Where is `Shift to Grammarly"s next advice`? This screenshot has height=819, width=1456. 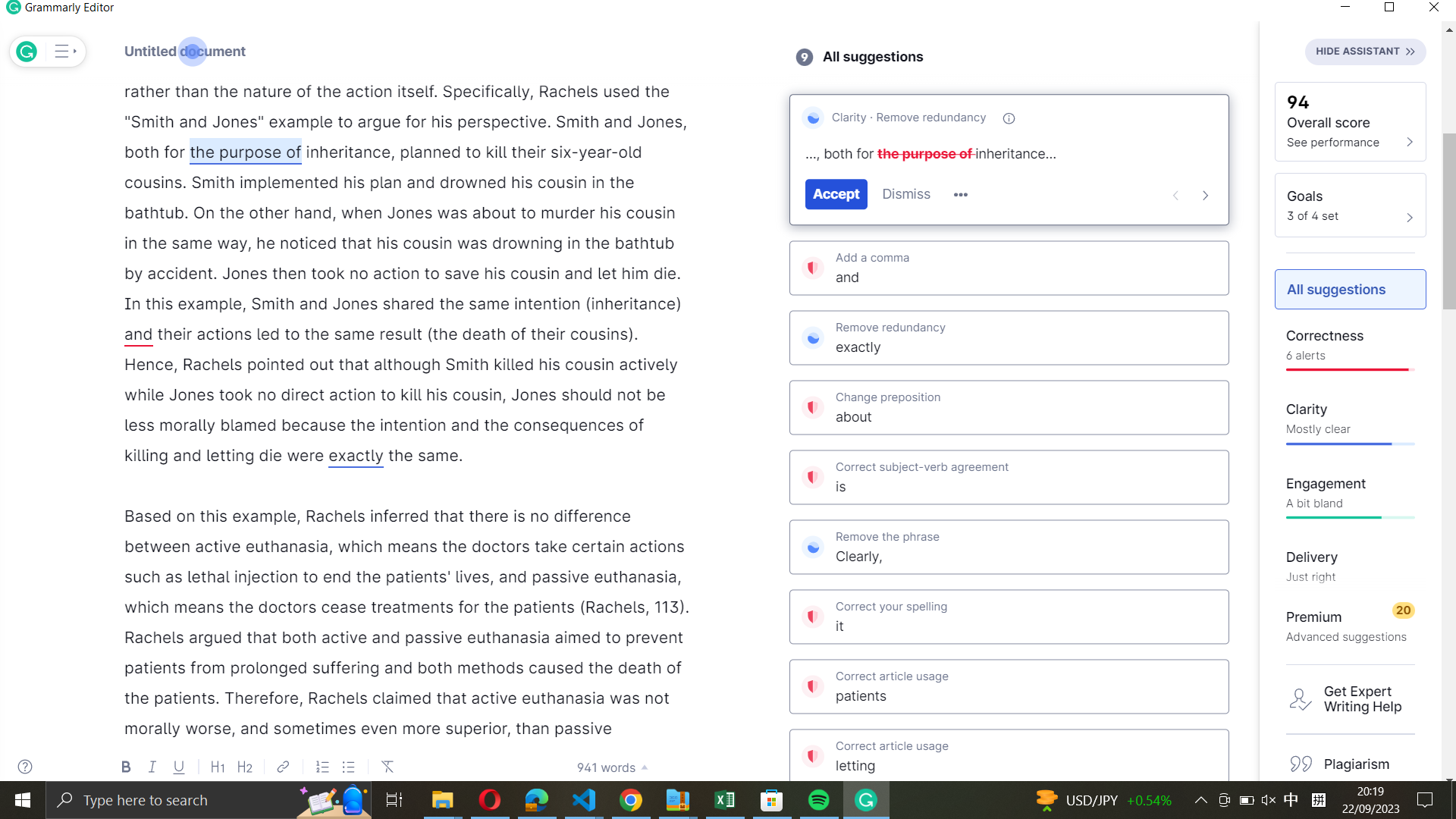 Shift to Grammarly"s next advice is located at coordinates (1205, 193).